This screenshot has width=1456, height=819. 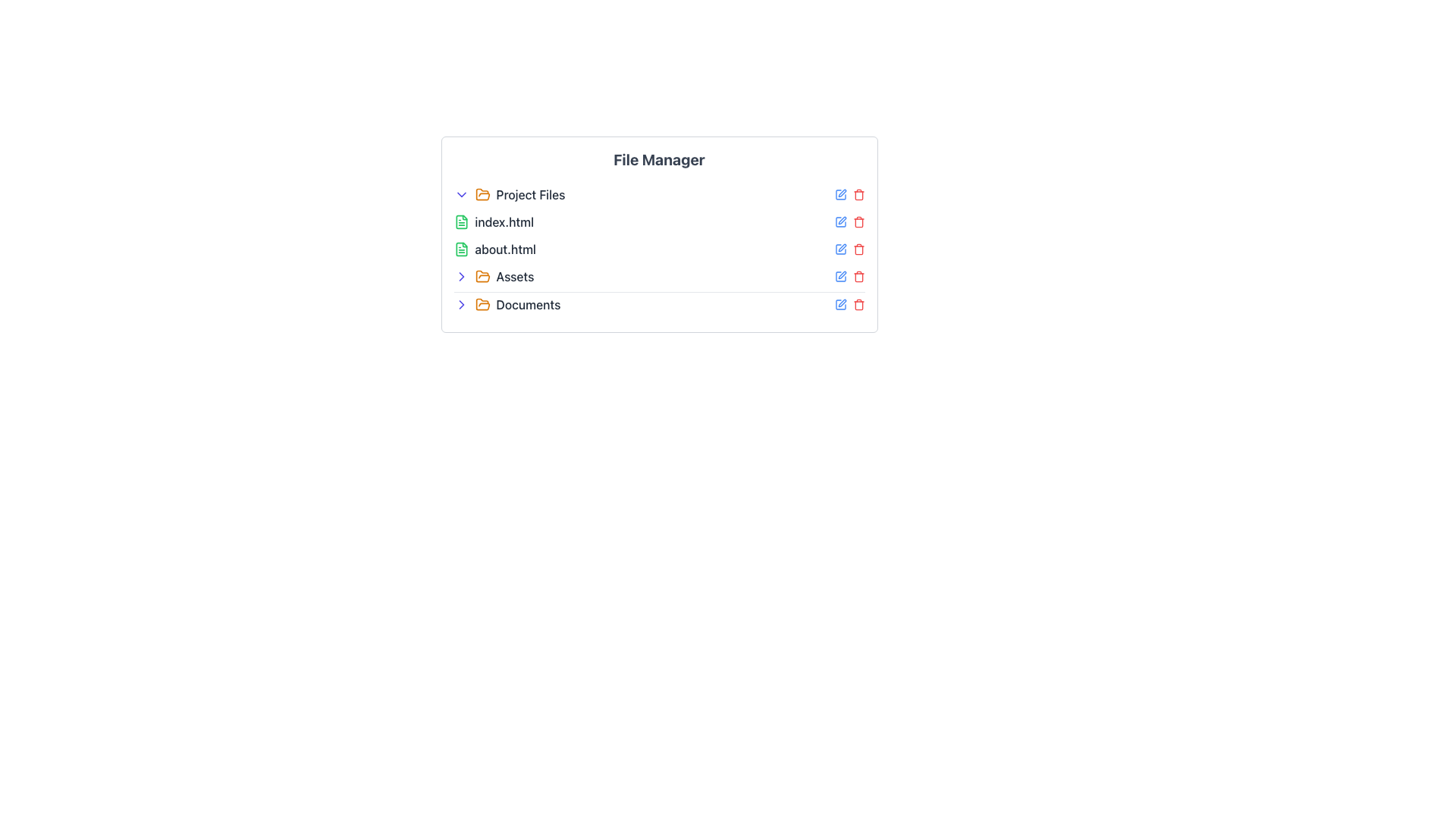 What do you see at coordinates (841, 275) in the screenshot?
I see `the pen icon within the delete action row for the 'Assets' file in the File Manager` at bounding box center [841, 275].